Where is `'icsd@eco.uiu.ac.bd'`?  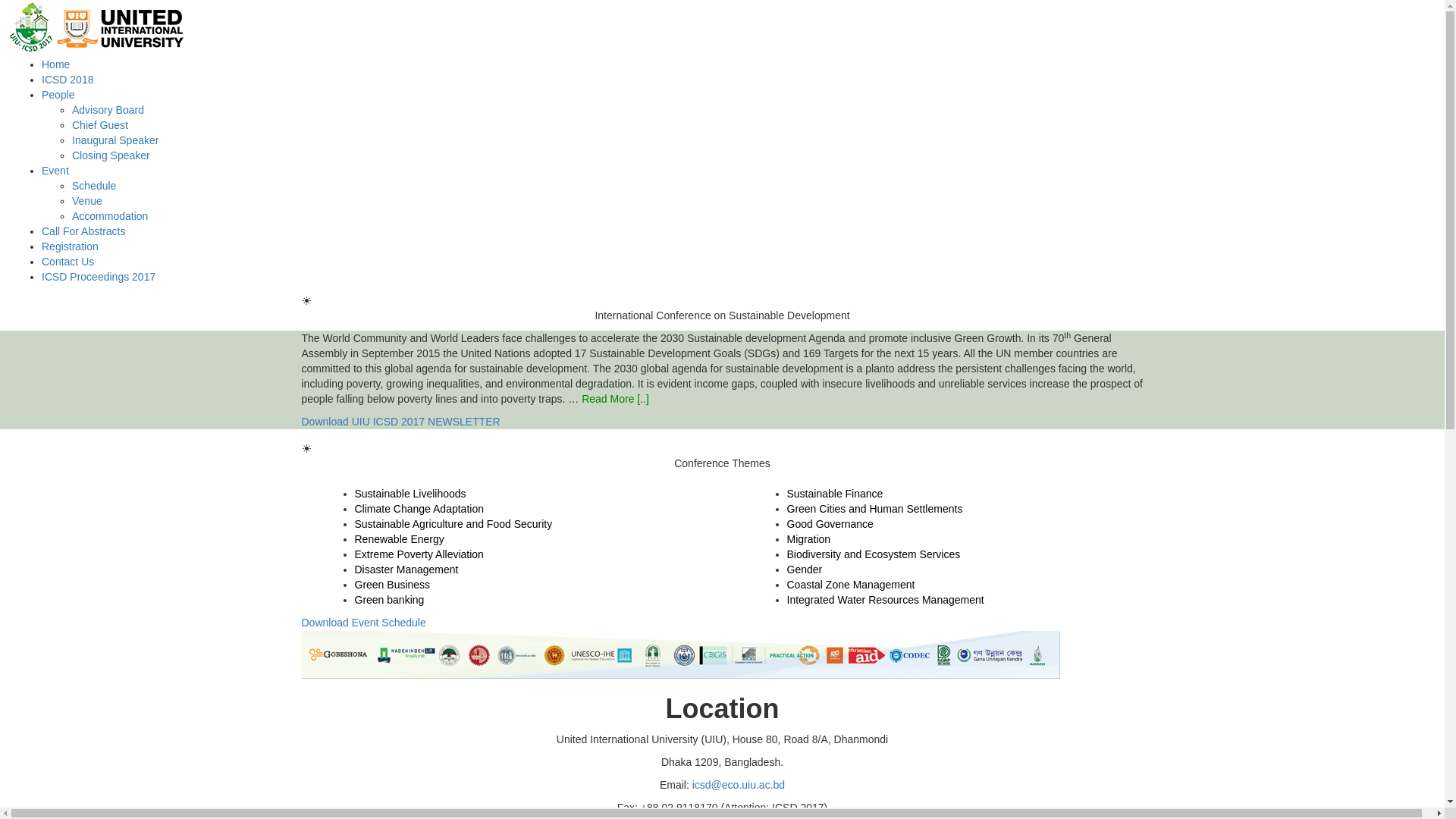
'icsd@eco.uiu.ac.bd' is located at coordinates (739, 784).